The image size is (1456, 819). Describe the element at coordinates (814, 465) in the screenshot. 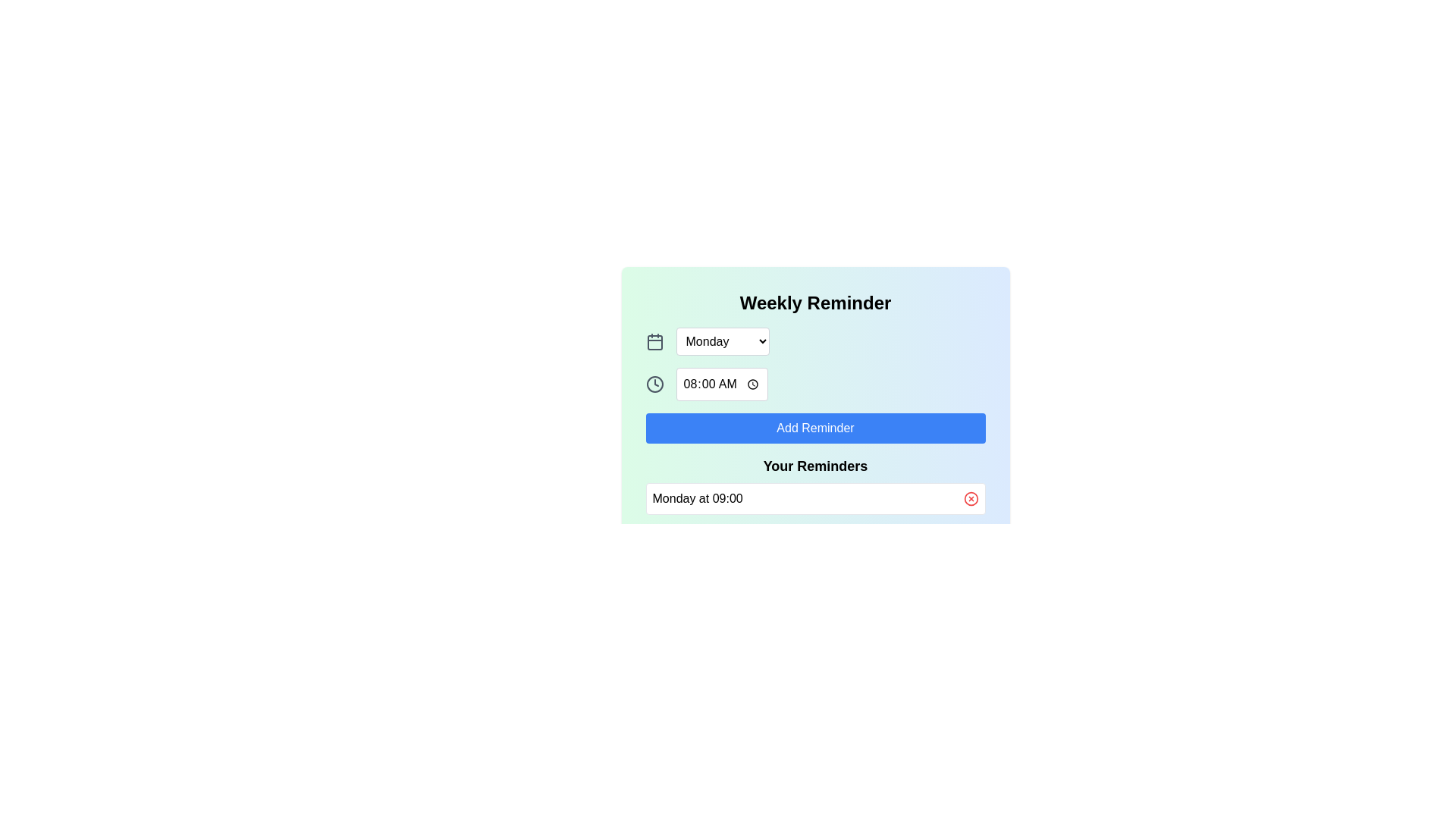

I see `the text label displaying 'Your Reminders', which is styled in bold and larger font, positioned above the 'Monday at 09:00' text` at that location.